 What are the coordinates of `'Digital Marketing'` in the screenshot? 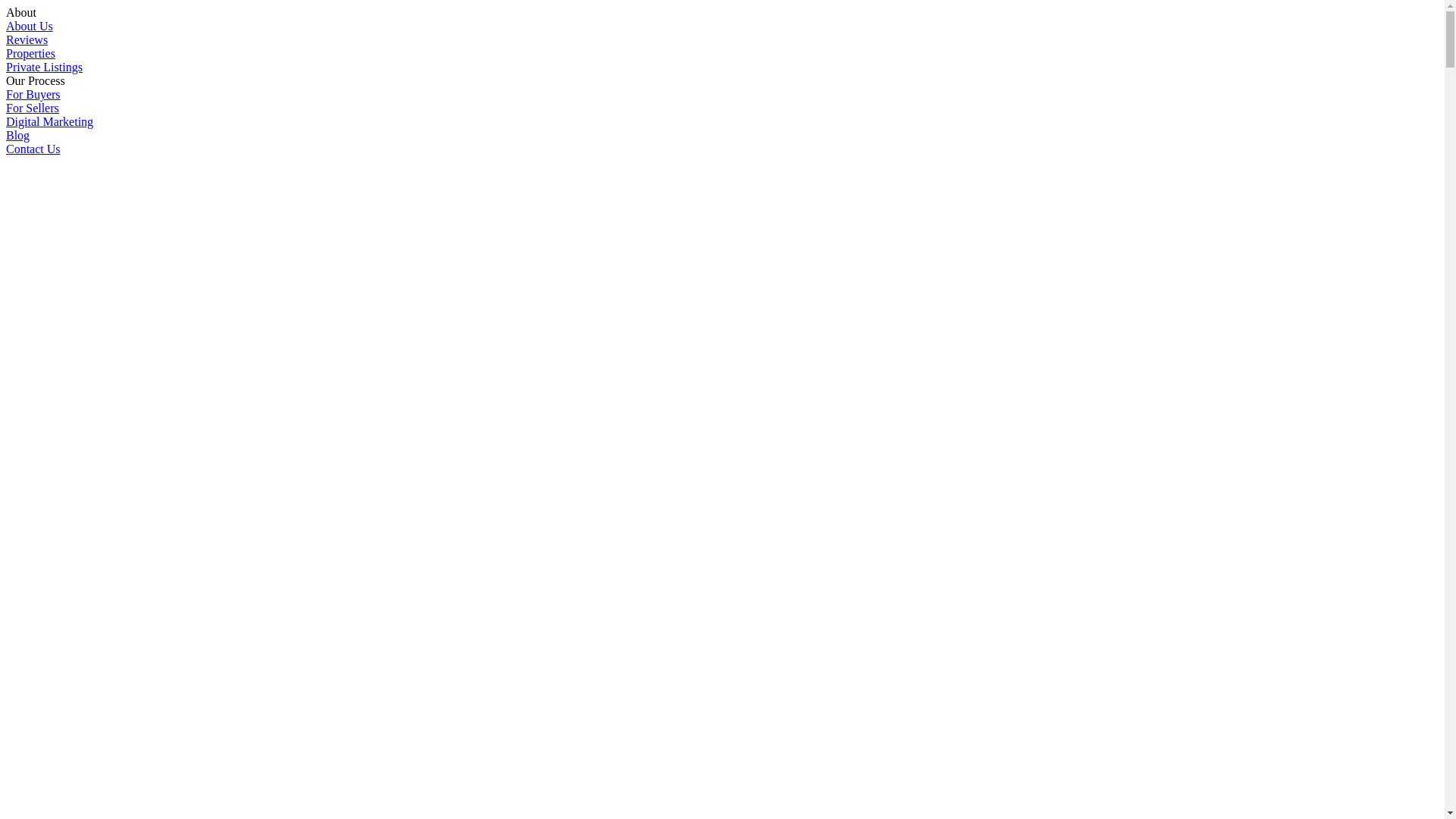 It's located at (49, 121).